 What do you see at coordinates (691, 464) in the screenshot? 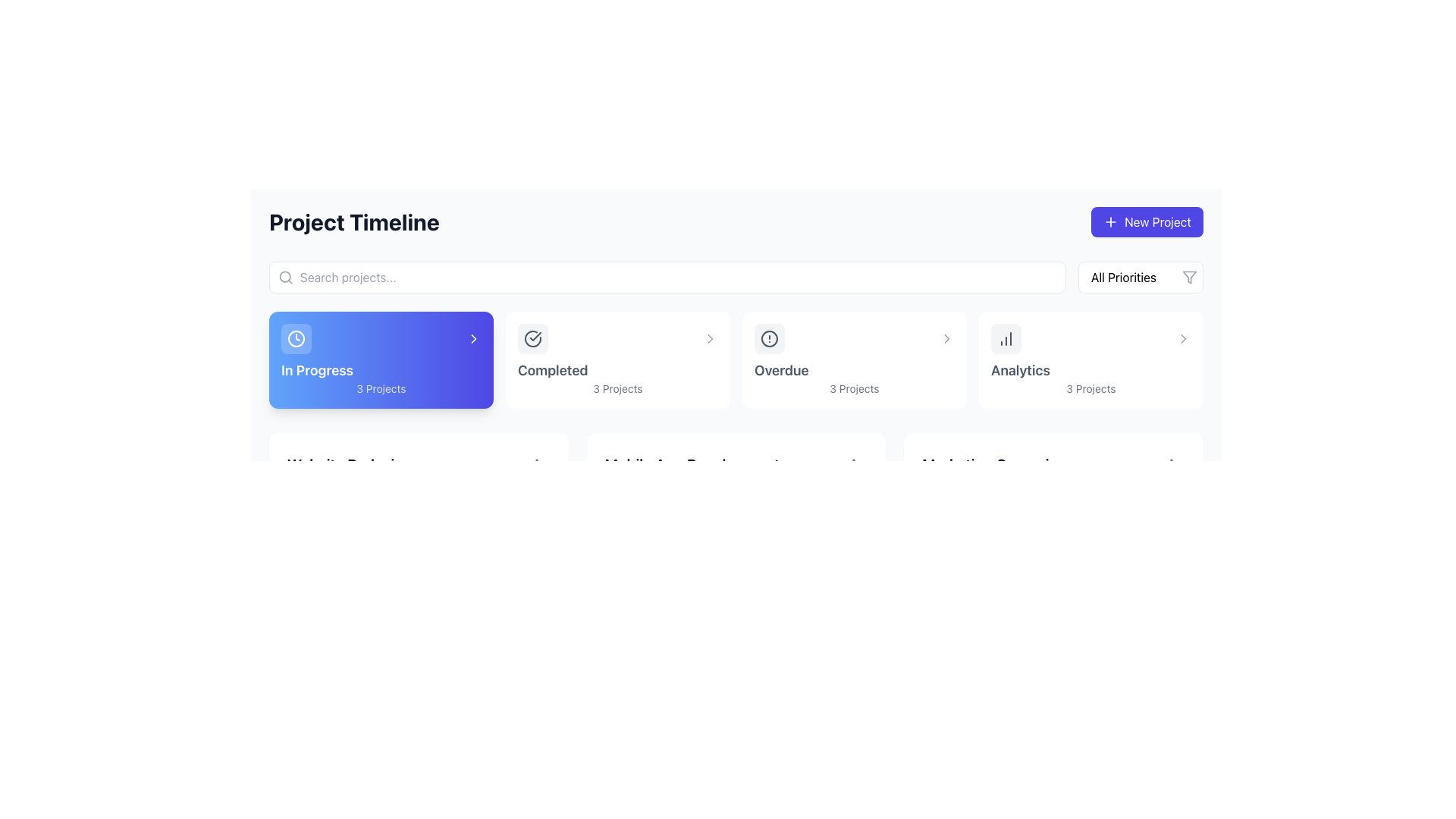
I see `the text label displaying 'Mobile App Development', which is in a bold, large font and located below the sections labeled 'In Progress' and 'Completed'` at bounding box center [691, 464].